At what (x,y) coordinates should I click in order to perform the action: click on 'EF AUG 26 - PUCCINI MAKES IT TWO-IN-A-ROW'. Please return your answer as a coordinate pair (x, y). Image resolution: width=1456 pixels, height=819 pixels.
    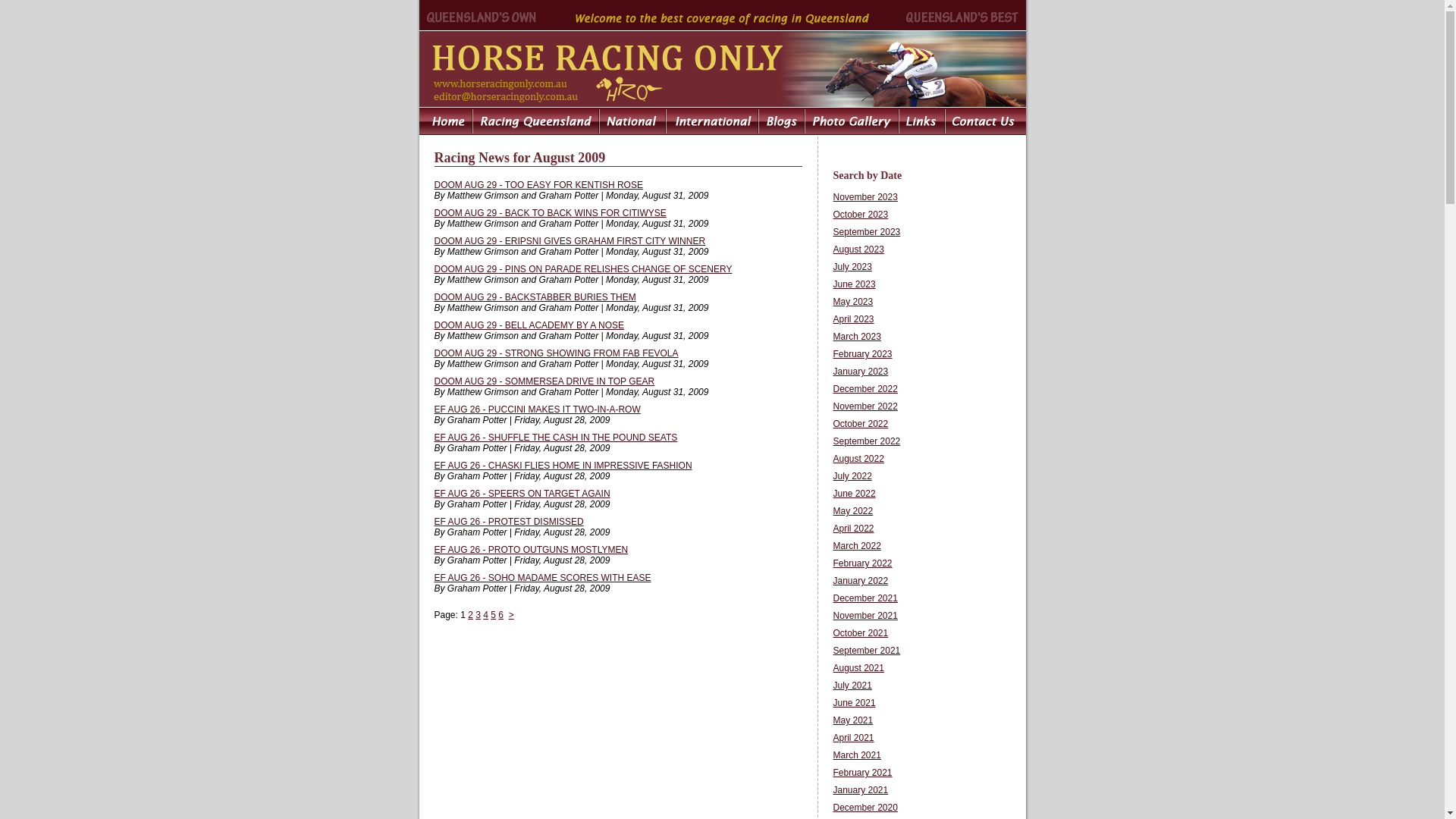
    Looking at the image, I should click on (537, 409).